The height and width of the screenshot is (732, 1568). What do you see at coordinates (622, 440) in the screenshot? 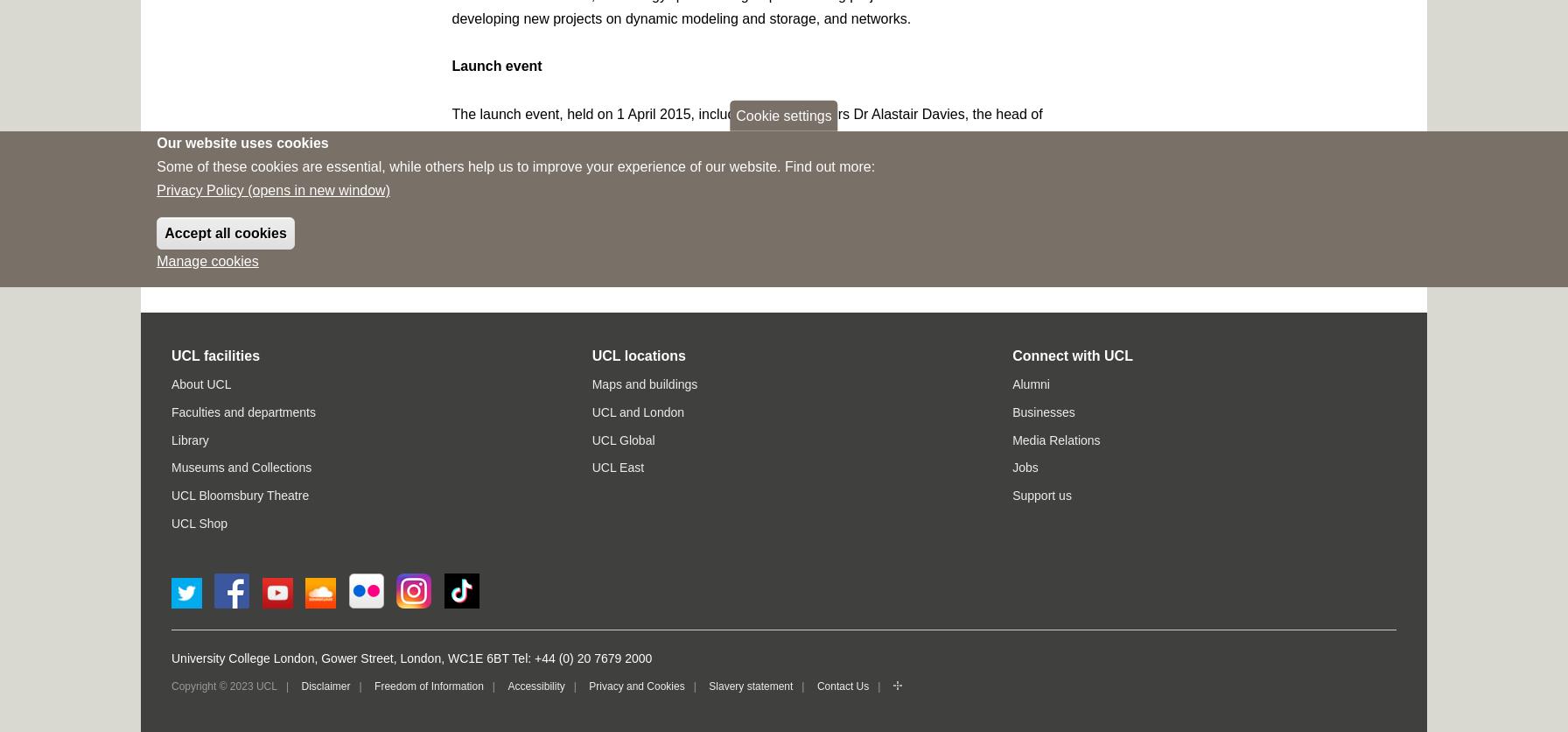
I see `'UCL Global'` at bounding box center [622, 440].